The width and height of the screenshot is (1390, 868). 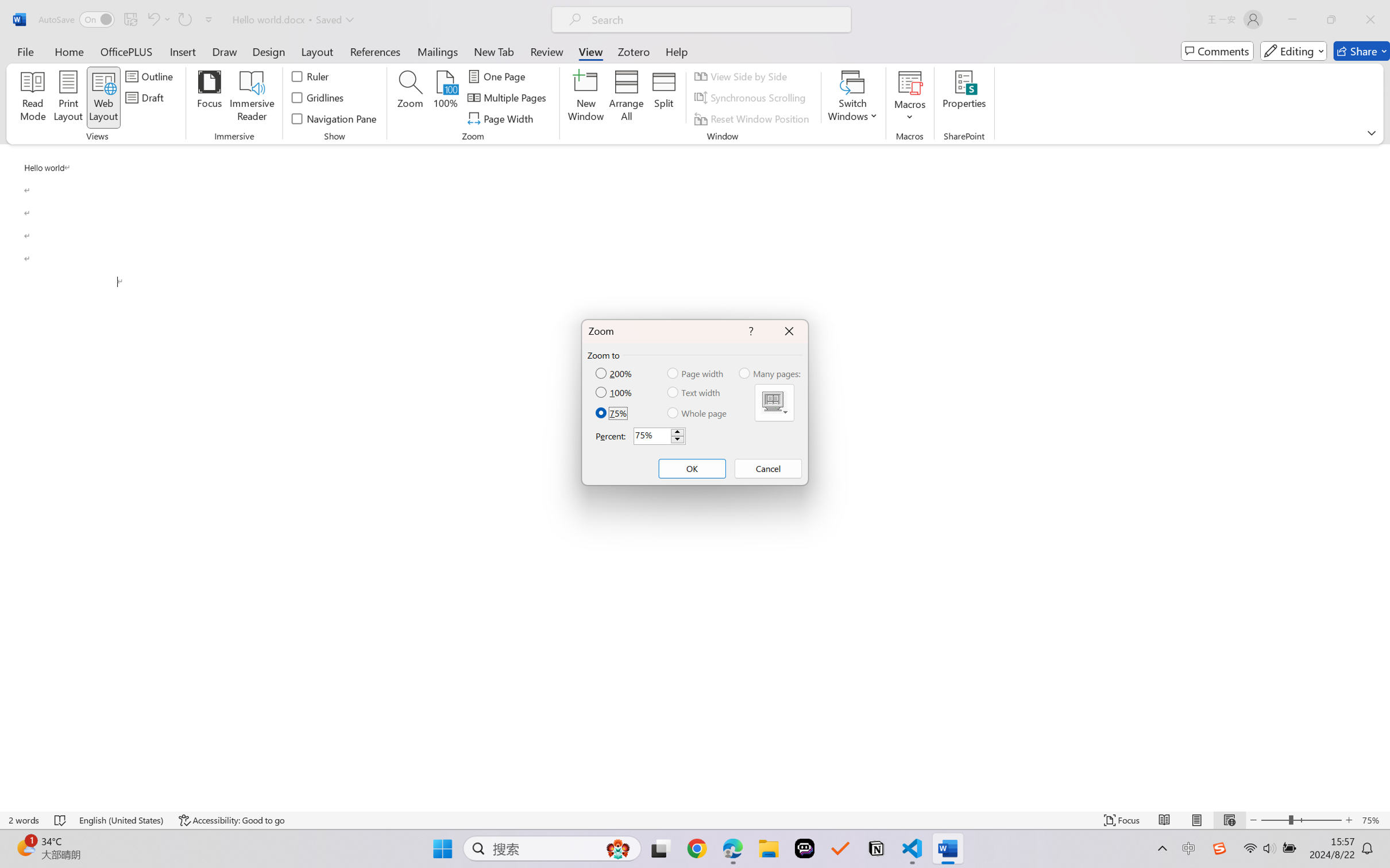 What do you see at coordinates (25, 847) in the screenshot?
I see `'AutomationID: BadgeAnchorLargeTicker'` at bounding box center [25, 847].